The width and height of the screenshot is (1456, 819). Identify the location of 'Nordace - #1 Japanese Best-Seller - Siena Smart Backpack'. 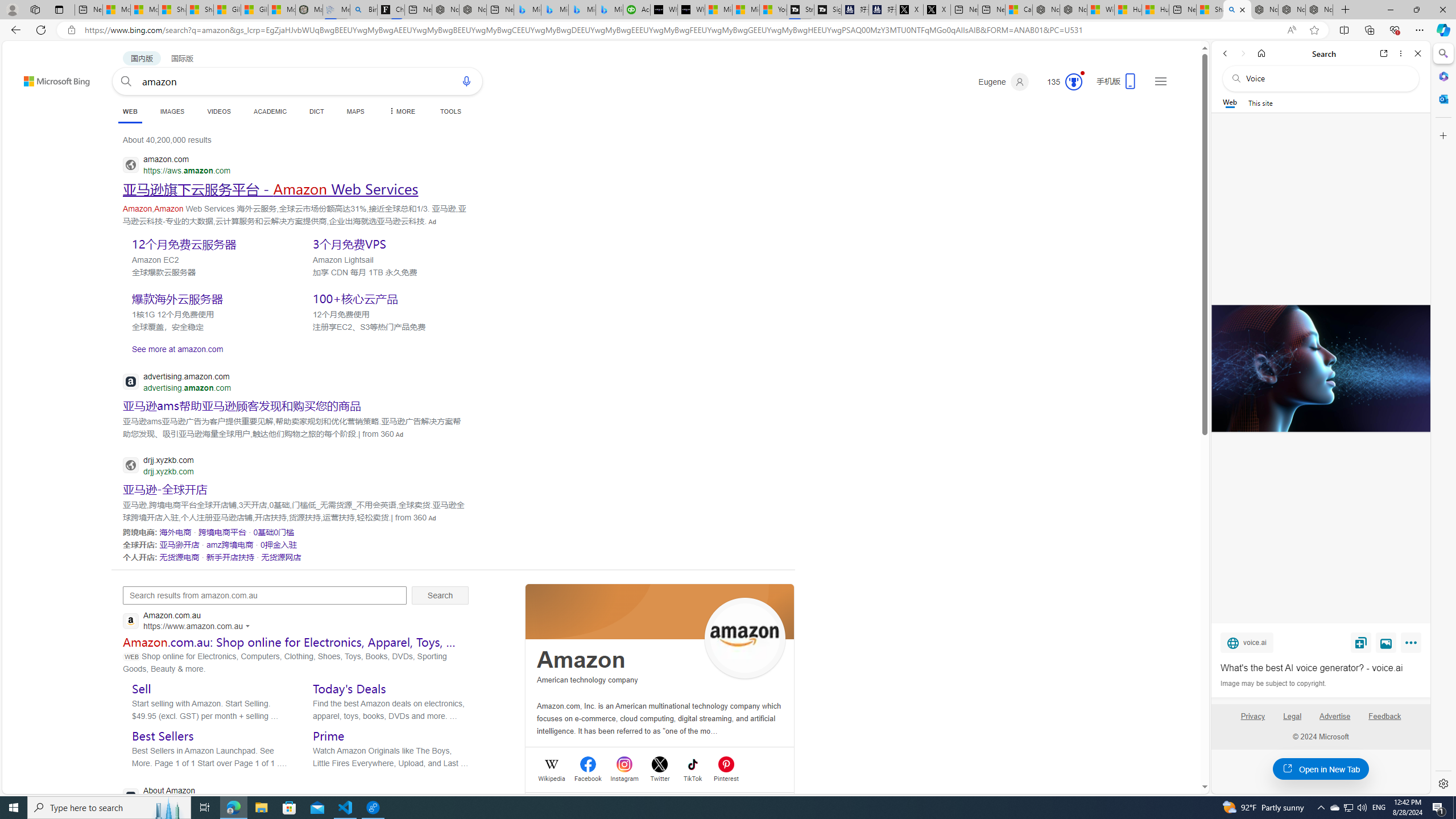
(473, 9).